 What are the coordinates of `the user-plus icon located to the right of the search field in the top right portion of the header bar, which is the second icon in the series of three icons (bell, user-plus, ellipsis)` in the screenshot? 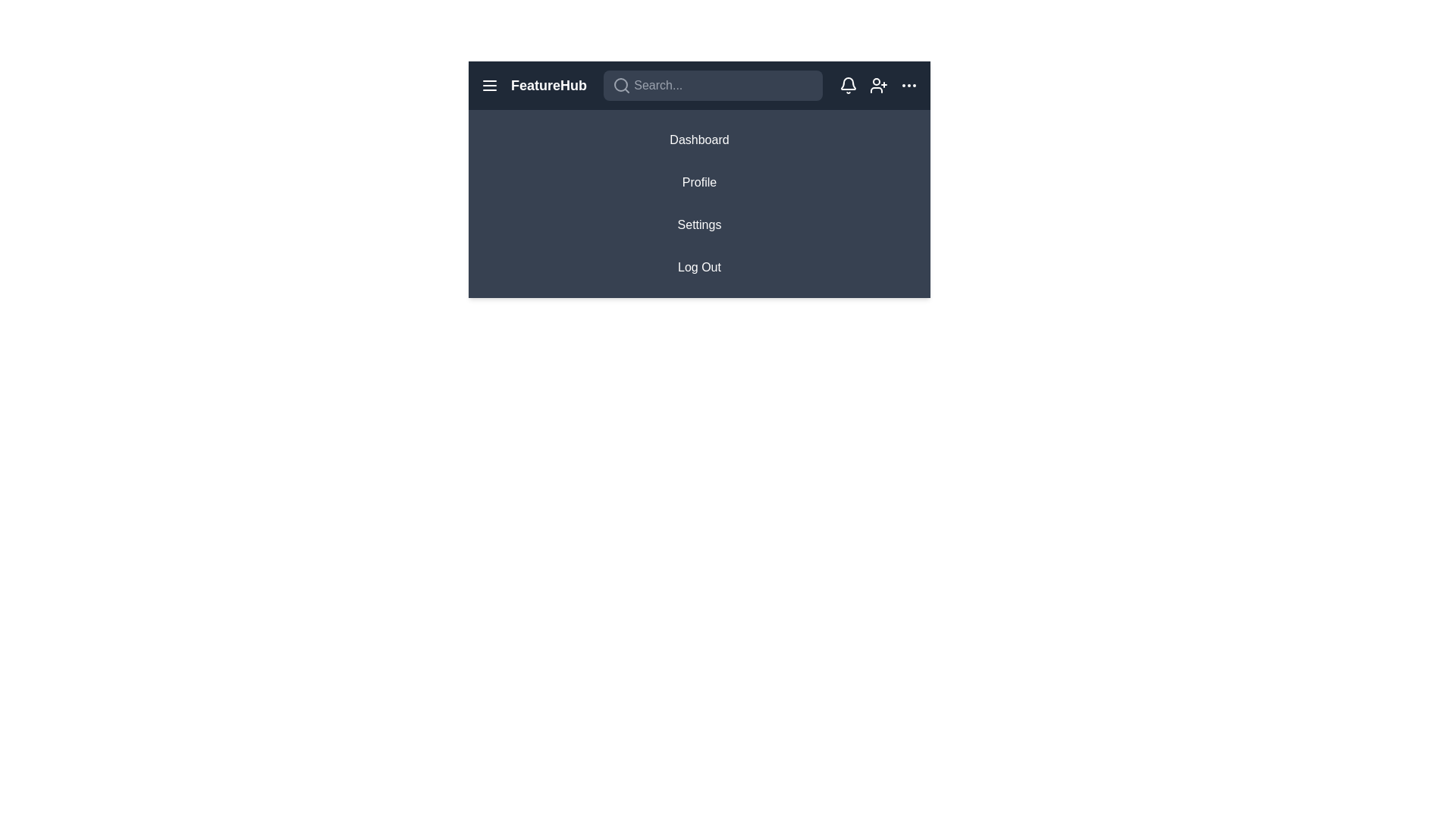 It's located at (878, 85).